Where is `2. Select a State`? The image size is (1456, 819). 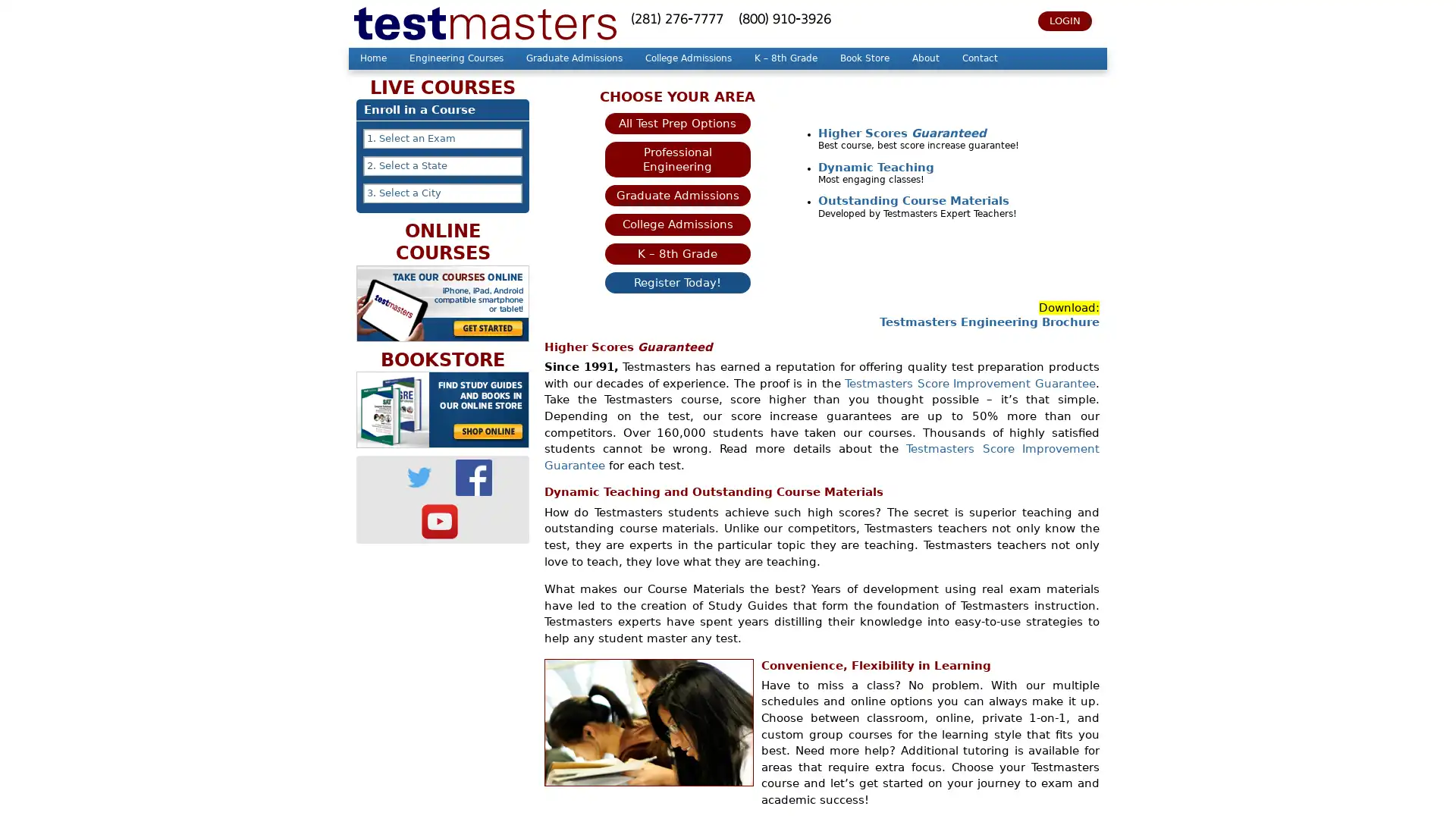
2. Select a State is located at coordinates (442, 166).